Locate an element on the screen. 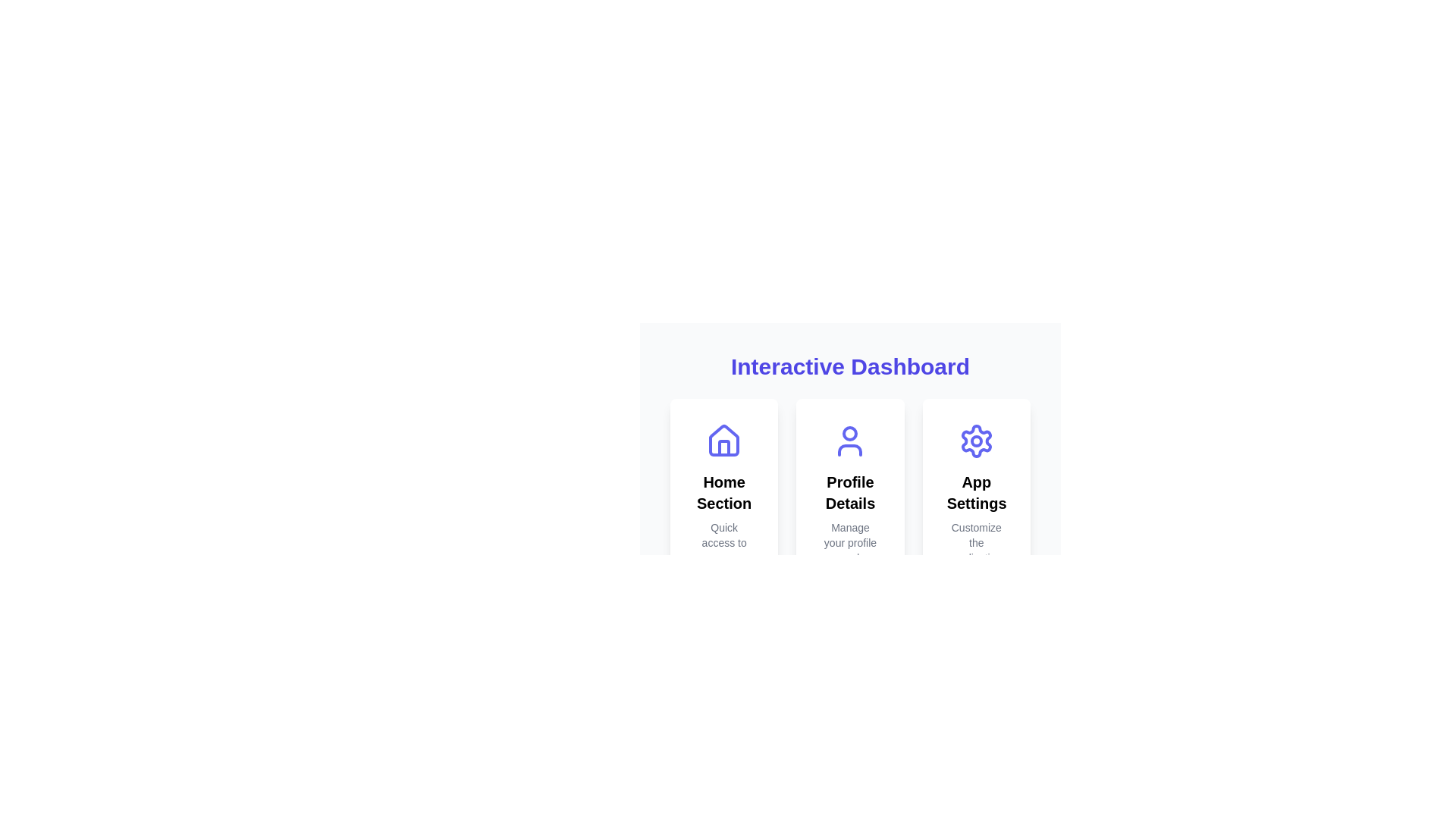 The width and height of the screenshot is (1456, 819). the house icon, which is centrally aligned at the top of the leftmost card labeled 'Home Section' in the 'Interactive Dashboard' is located at coordinates (723, 441).